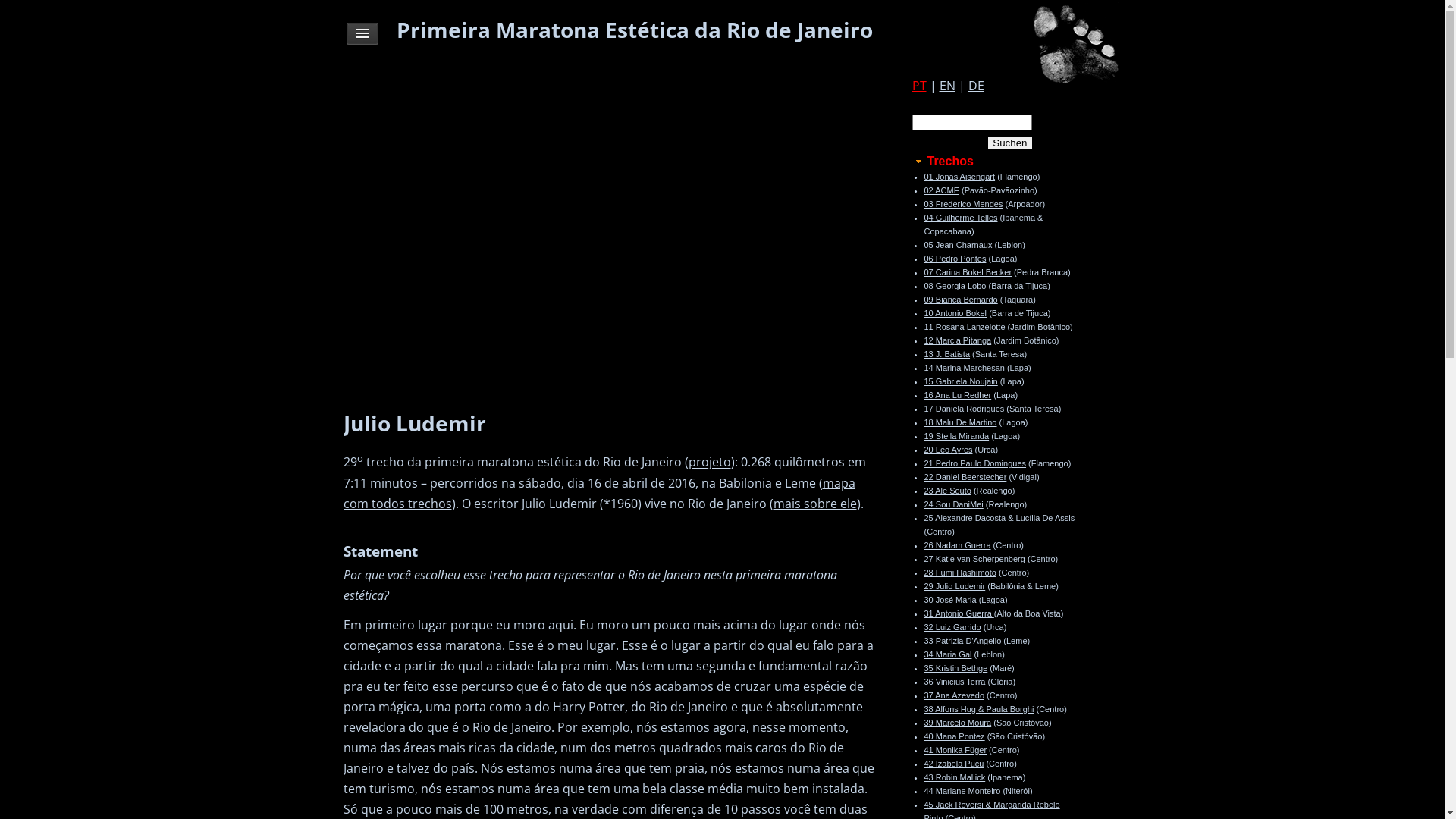 The image size is (1456, 819). Describe the element at coordinates (975, 85) in the screenshot. I see `'DE'` at that location.